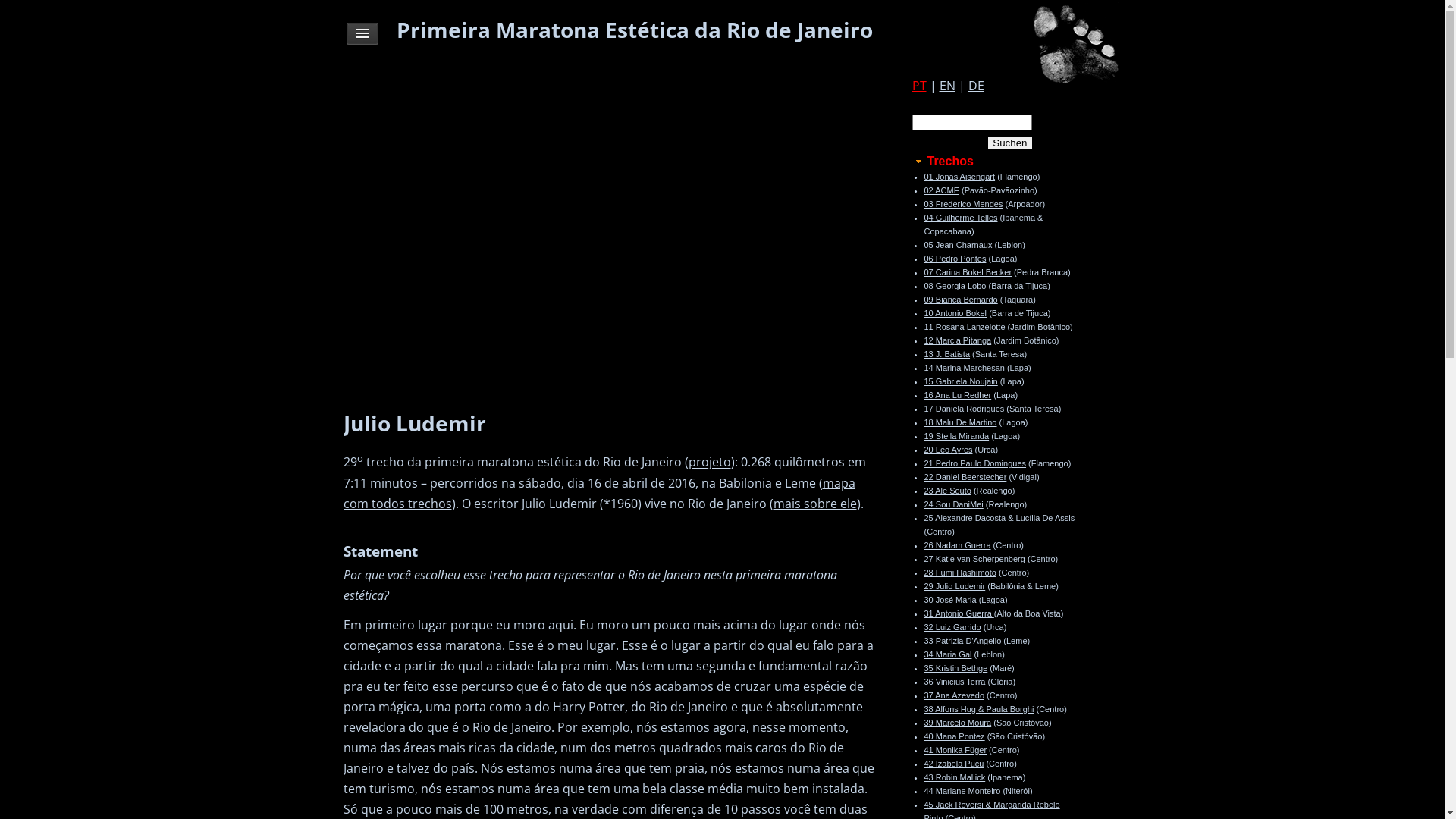 The image size is (1456, 819). Describe the element at coordinates (975, 85) in the screenshot. I see `'DE'` at that location.